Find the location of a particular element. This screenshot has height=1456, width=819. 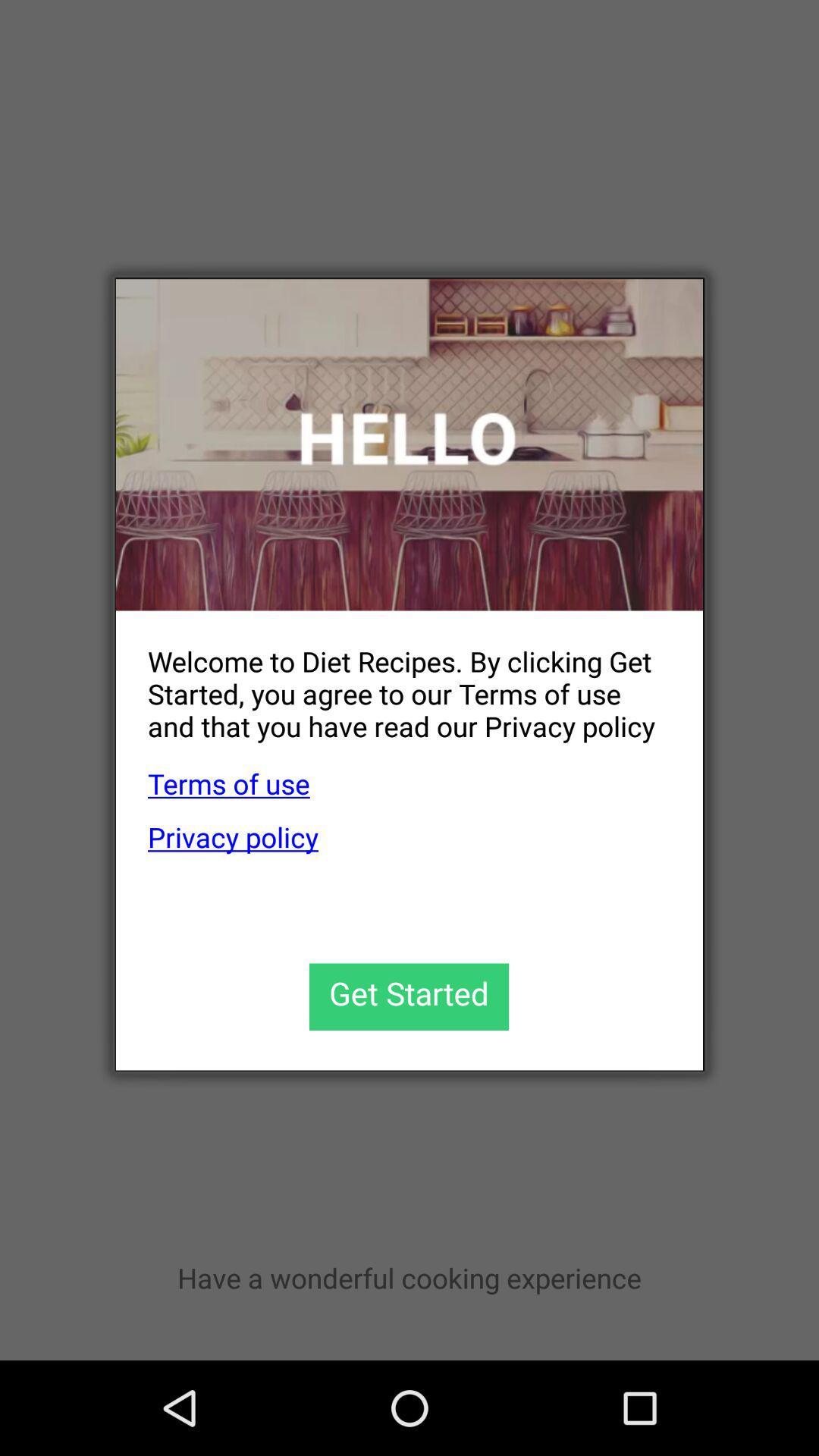

the welcome to diet is located at coordinates (393, 681).